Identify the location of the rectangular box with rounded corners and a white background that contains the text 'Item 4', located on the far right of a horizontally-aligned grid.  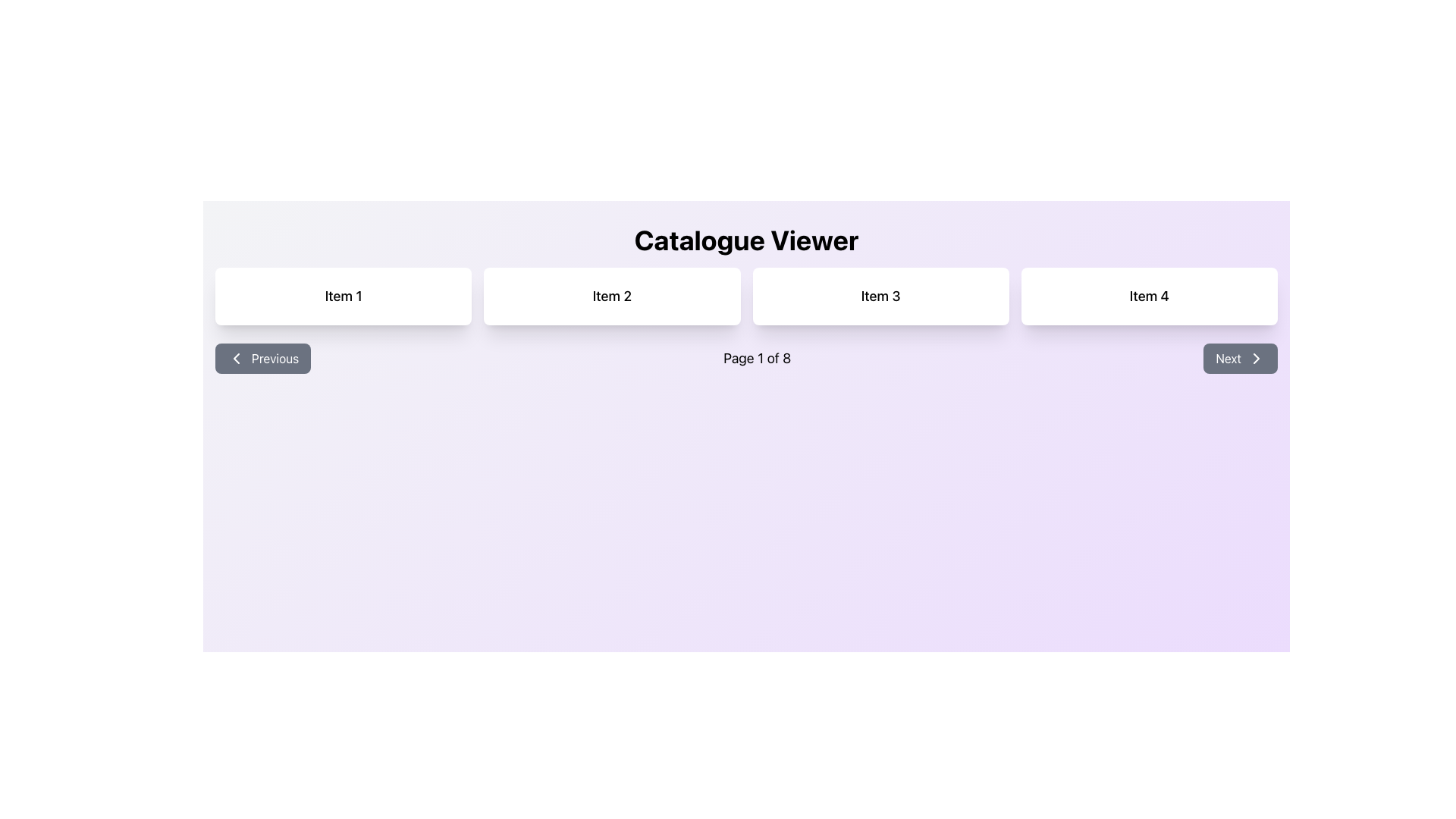
(1149, 296).